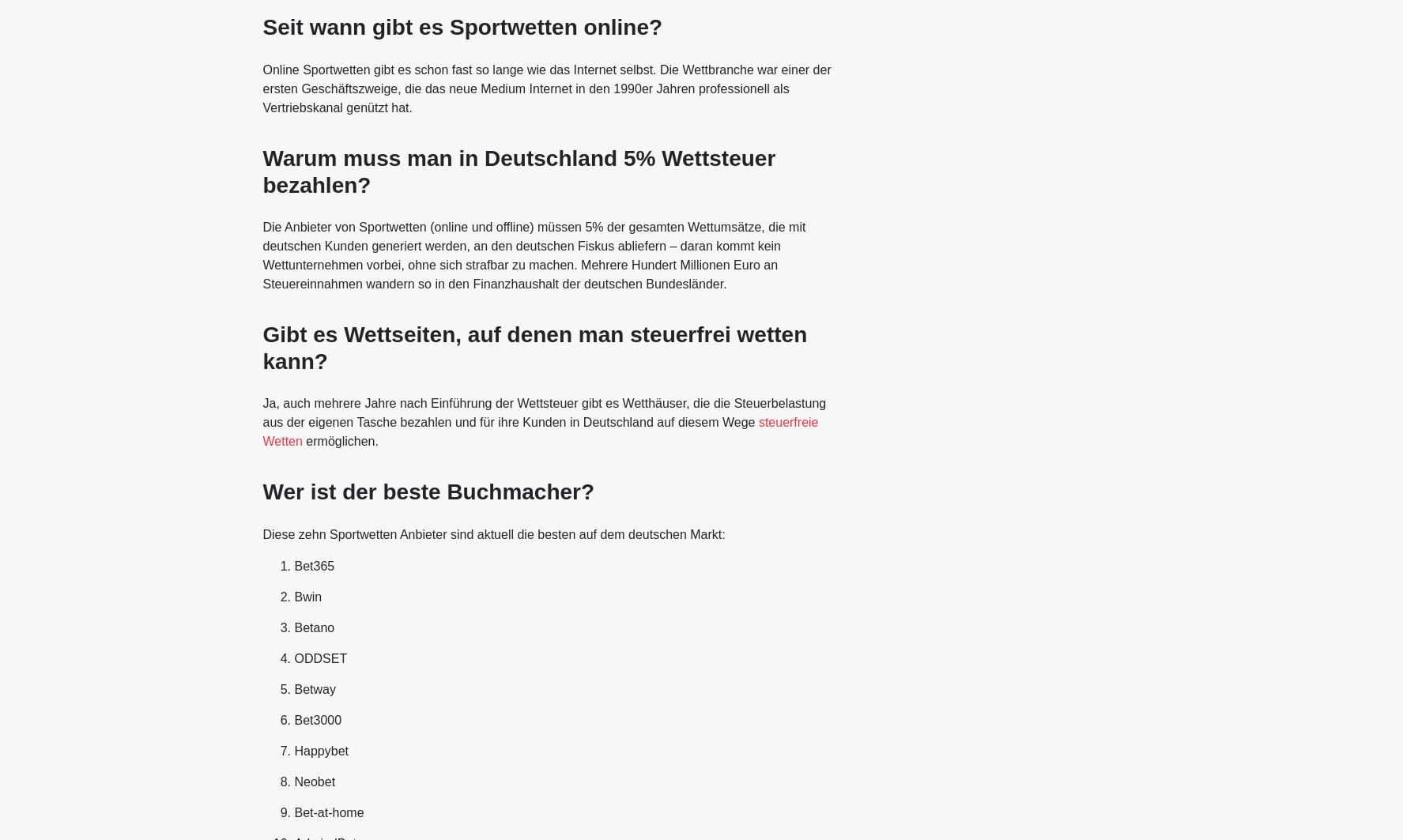  I want to click on 'Bet-at-home', so click(329, 811).